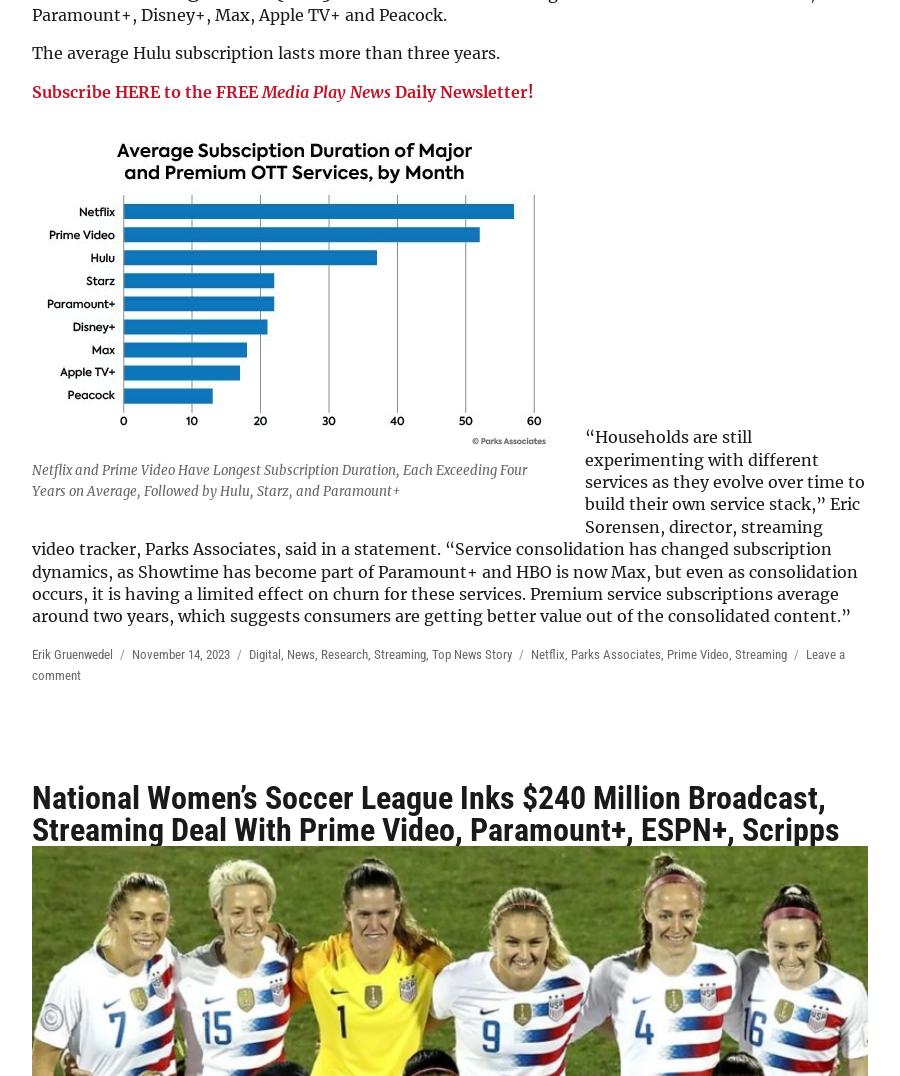 Image resolution: width=900 pixels, height=1076 pixels. I want to click on 'Prime Video', so click(666, 652).